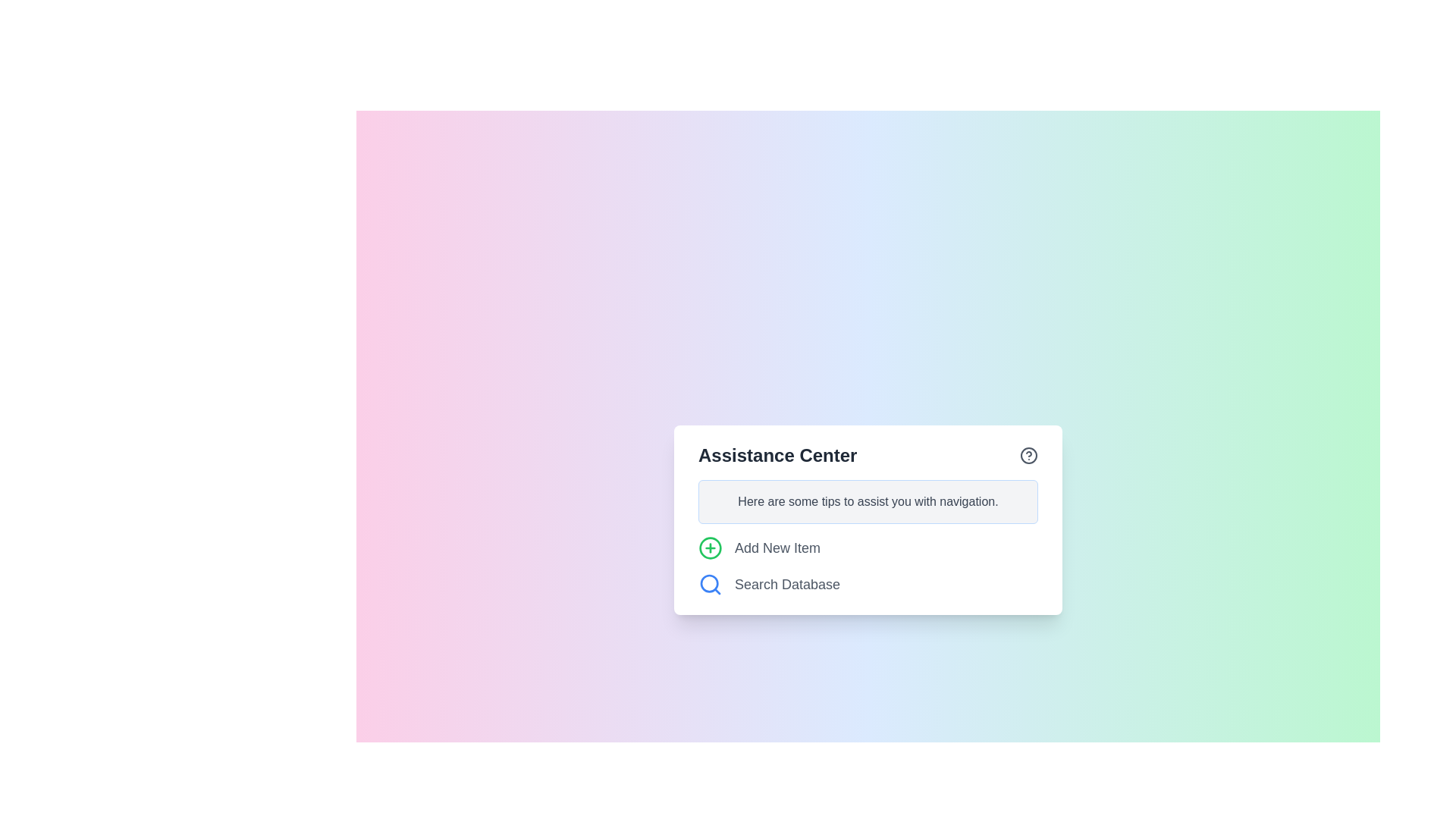 This screenshot has height=819, width=1456. Describe the element at coordinates (708, 582) in the screenshot. I see `the SVG Circle that is part of the magnifying glass icon, located after the 'Search Database' text in the Assistance Center panel` at that location.